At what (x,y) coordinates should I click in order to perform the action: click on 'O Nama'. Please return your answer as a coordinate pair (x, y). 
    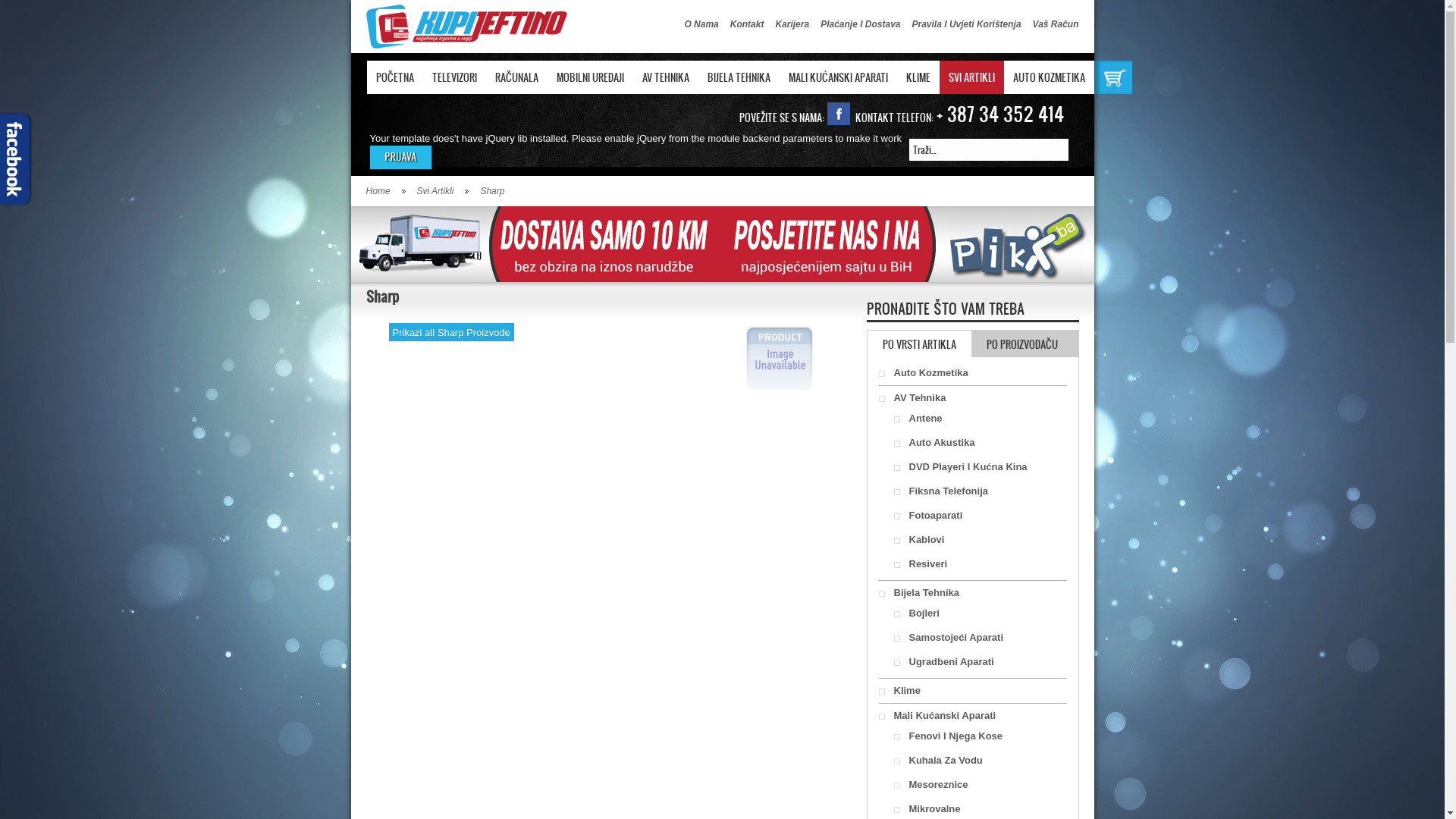
    Looking at the image, I should click on (700, 24).